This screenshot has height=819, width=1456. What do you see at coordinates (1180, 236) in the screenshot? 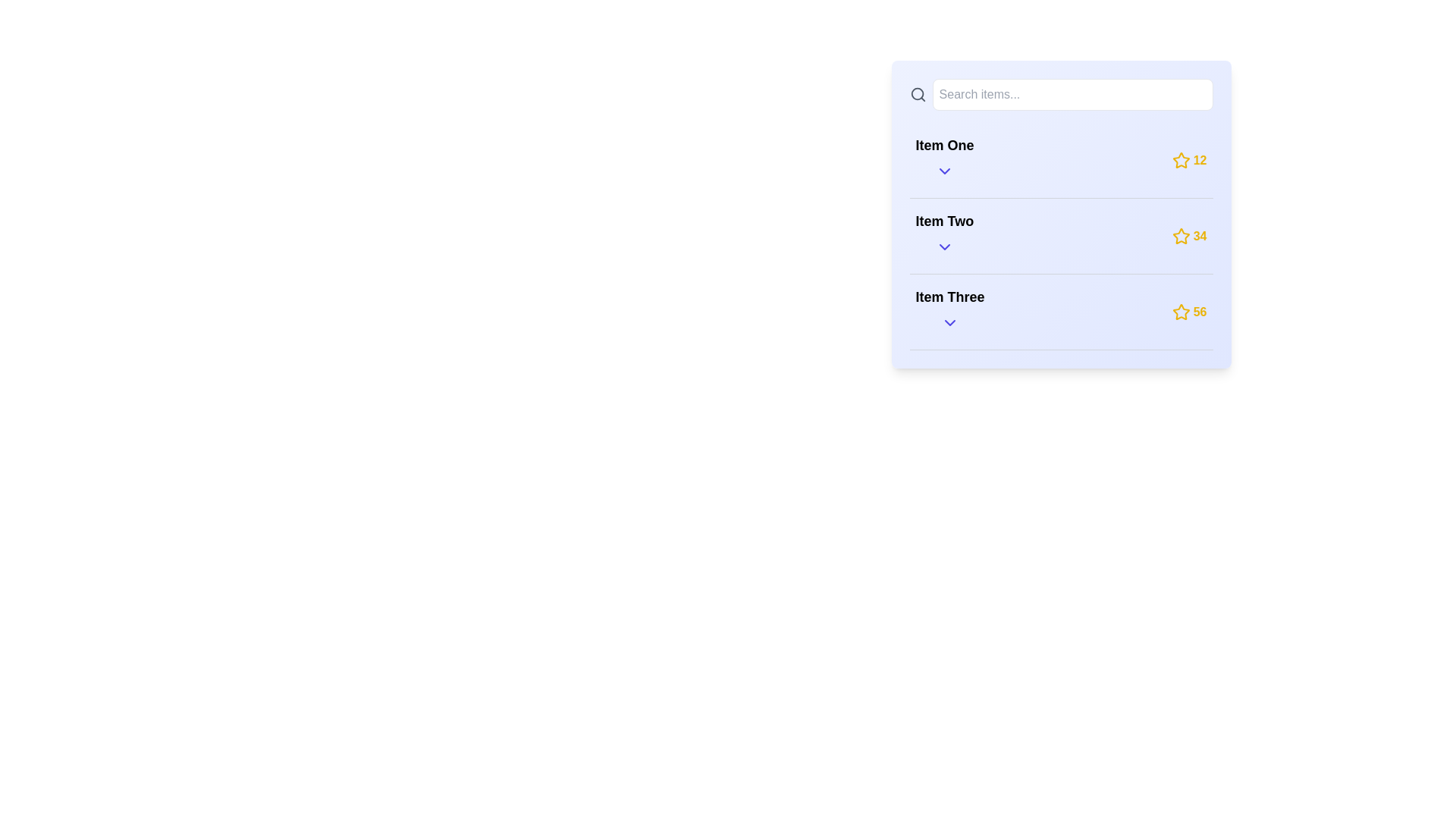
I see `the favorite indicator of Item Two to toggle its favorite status` at bounding box center [1180, 236].